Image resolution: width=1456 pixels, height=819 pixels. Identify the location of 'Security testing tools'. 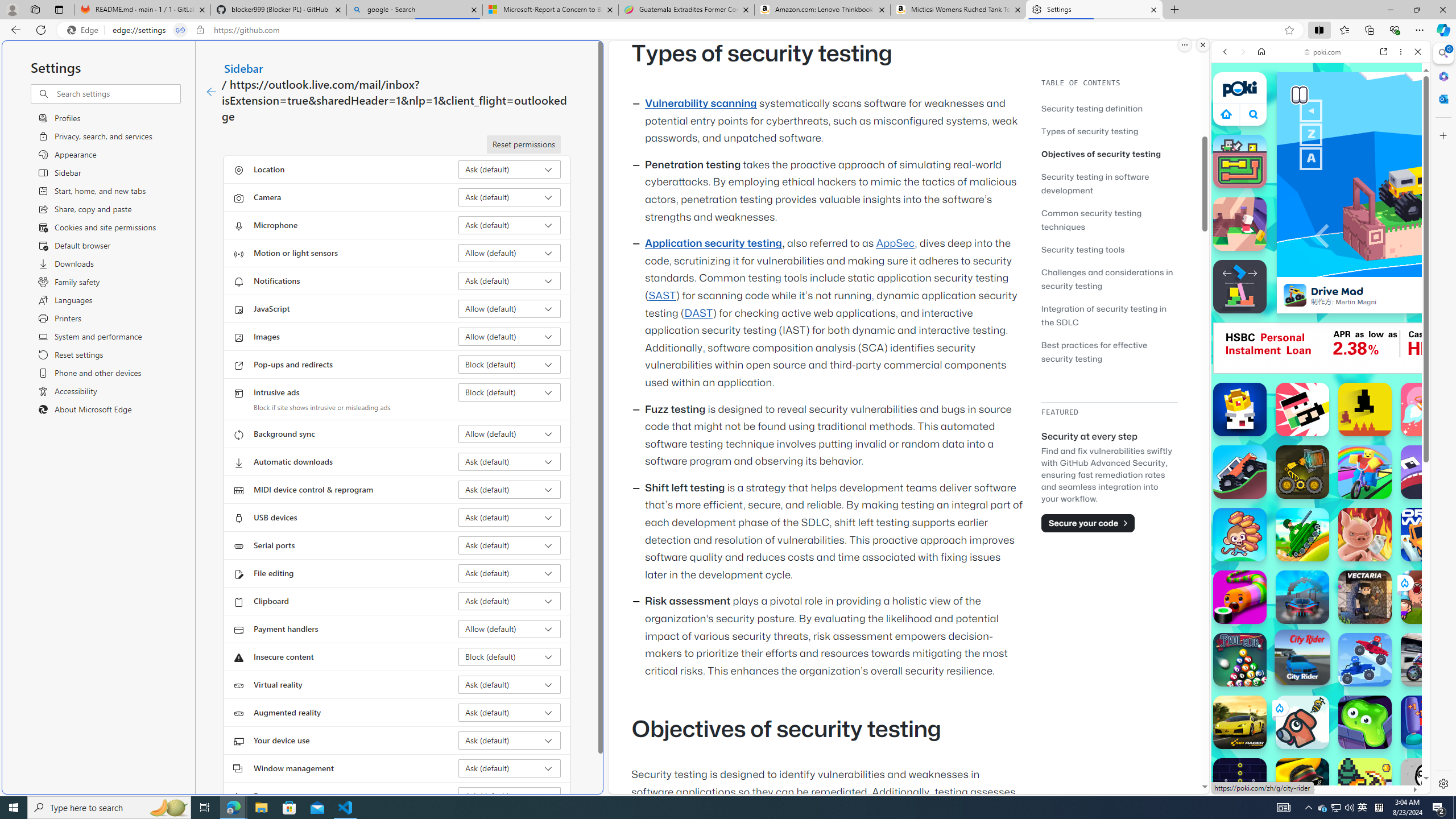
(1108, 249).